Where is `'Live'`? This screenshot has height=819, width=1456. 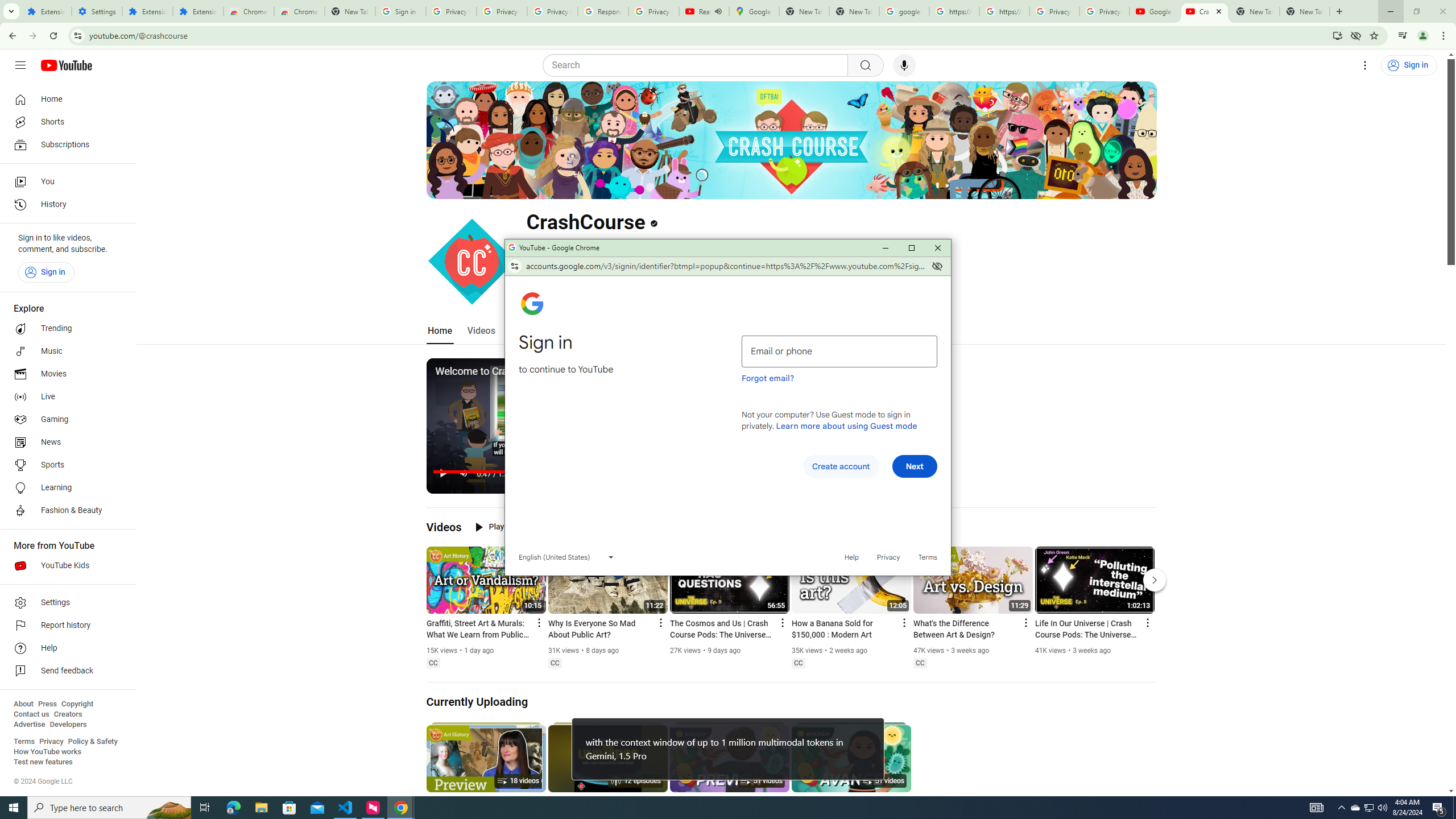 'Live' is located at coordinates (64, 396).